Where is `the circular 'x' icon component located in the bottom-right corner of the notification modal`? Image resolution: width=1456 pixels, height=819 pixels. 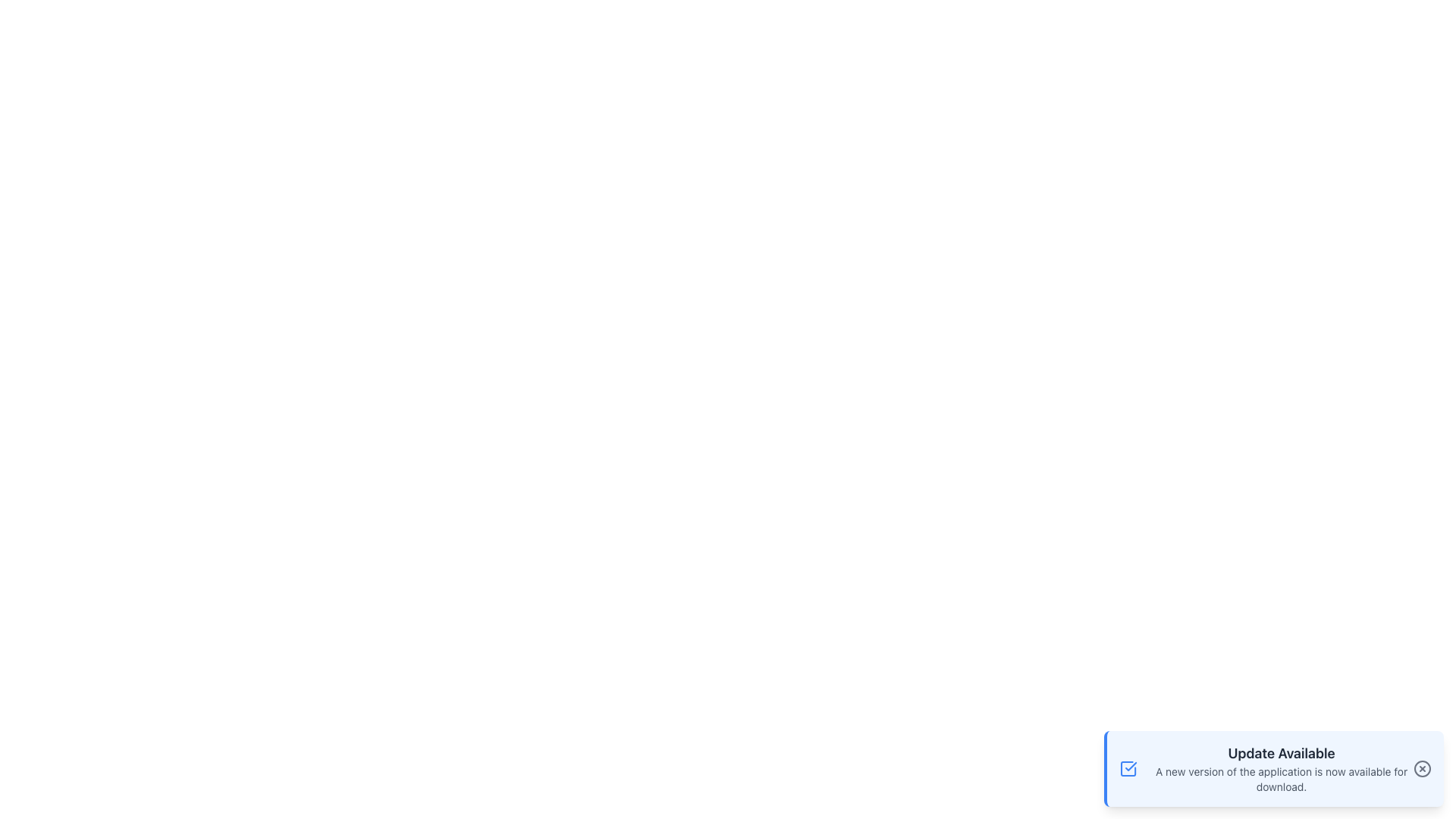 the circular 'x' icon component located in the bottom-right corner of the notification modal is located at coordinates (1422, 769).